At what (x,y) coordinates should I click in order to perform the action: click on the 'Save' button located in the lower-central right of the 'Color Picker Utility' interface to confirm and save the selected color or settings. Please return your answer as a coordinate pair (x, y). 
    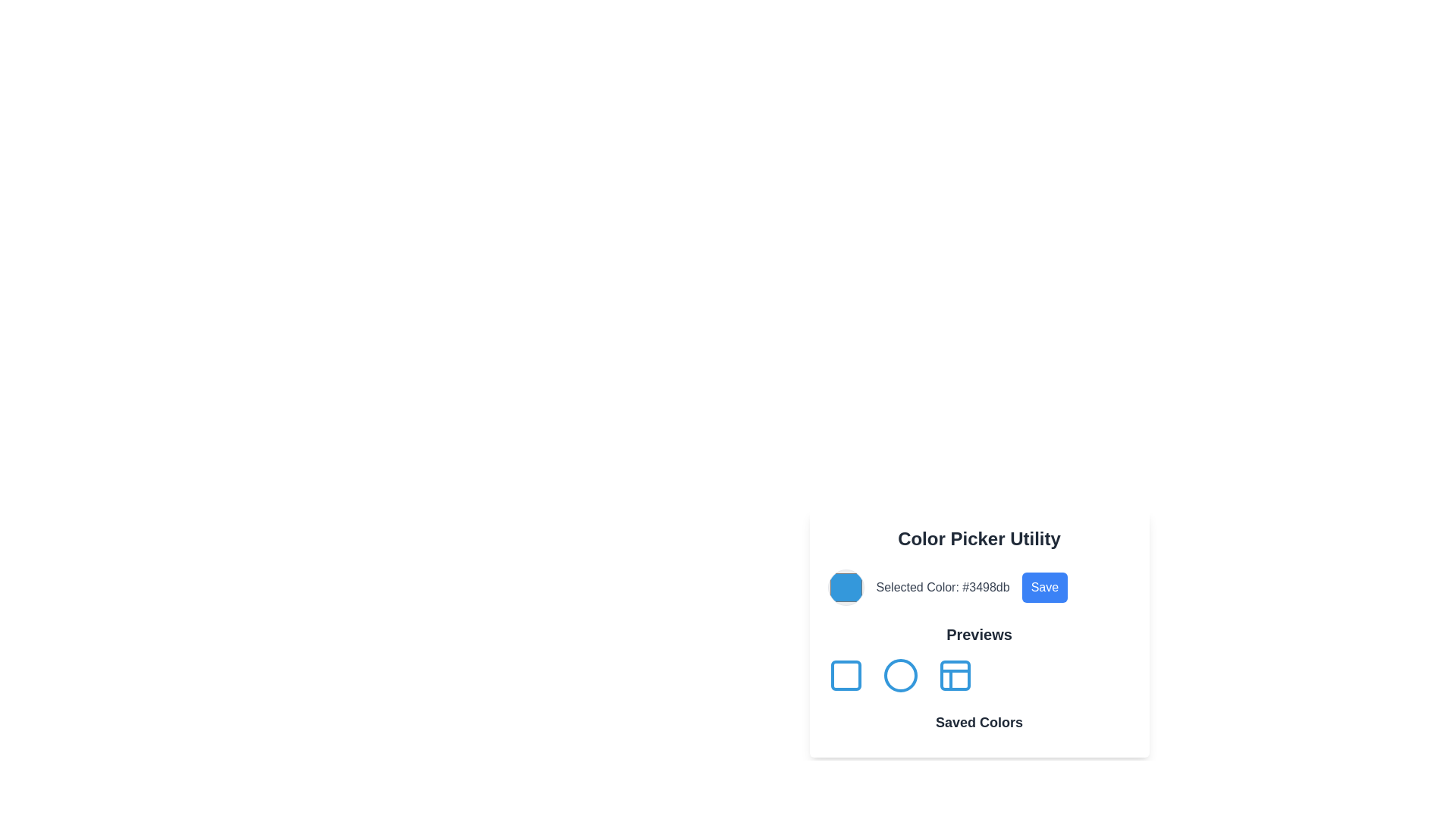
    Looking at the image, I should click on (1043, 587).